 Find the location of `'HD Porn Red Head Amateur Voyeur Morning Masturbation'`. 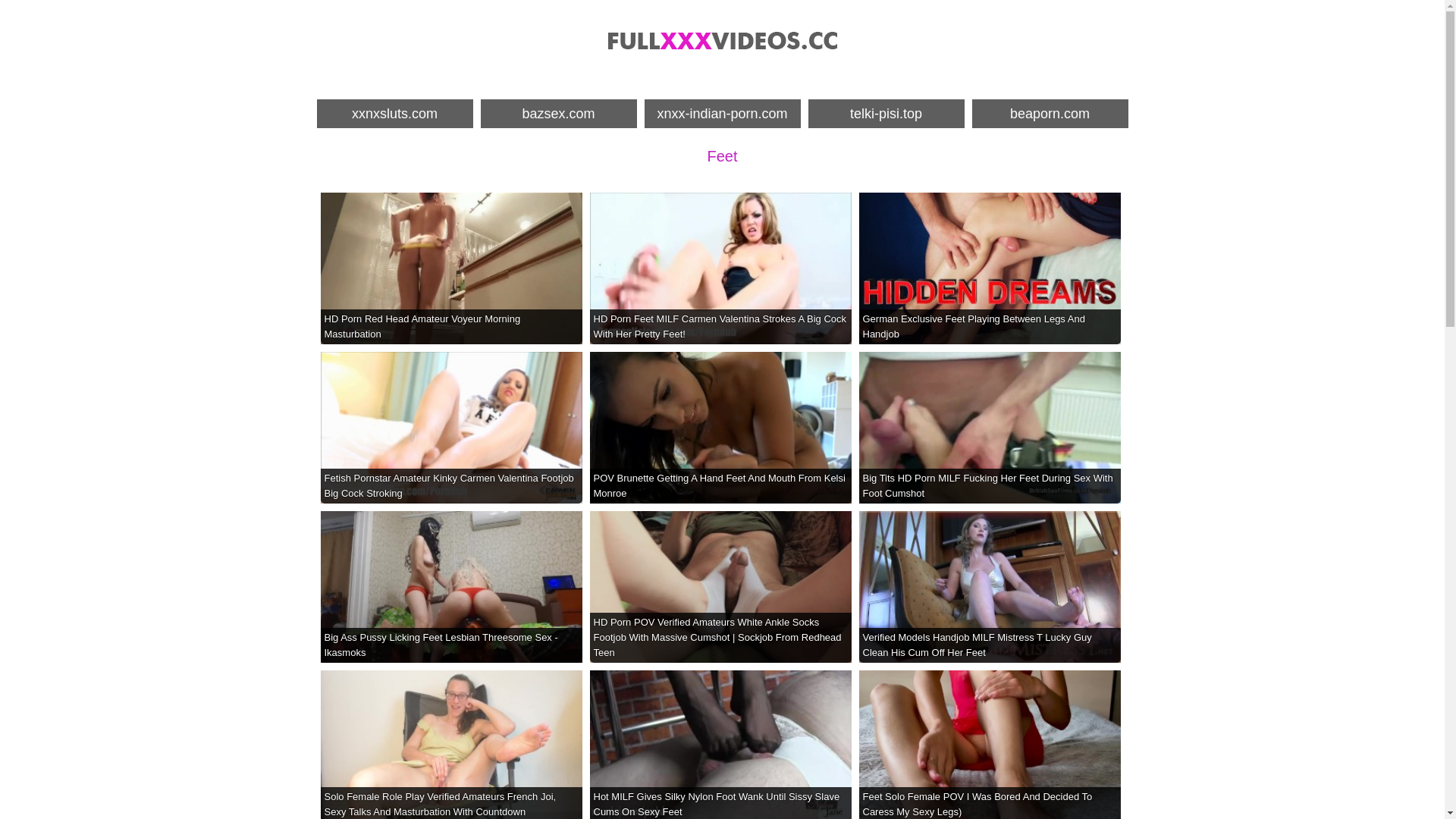

'HD Porn Red Head Amateur Voyeur Morning Masturbation' is located at coordinates (450, 268).